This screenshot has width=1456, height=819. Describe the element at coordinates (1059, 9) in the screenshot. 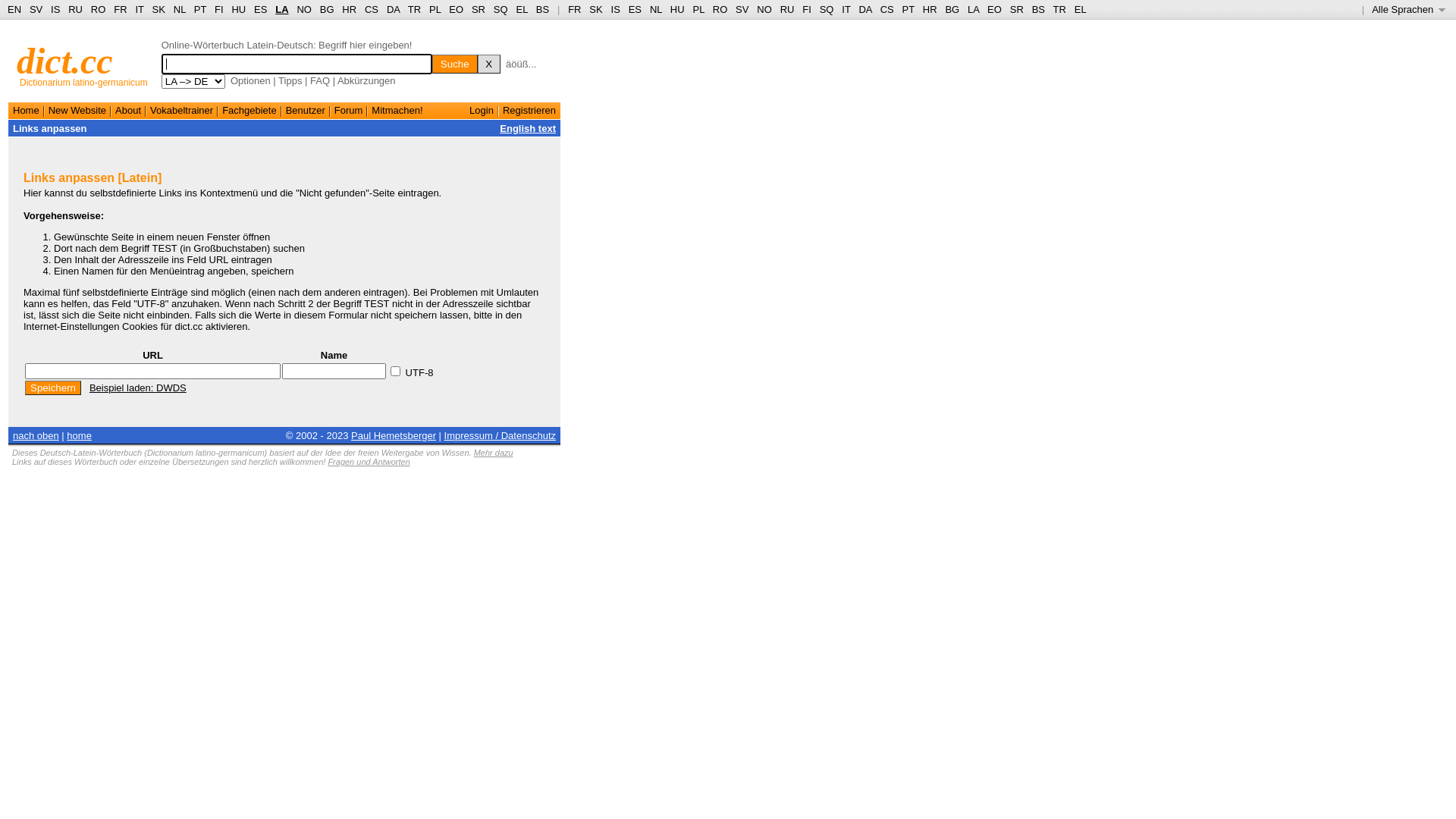

I see `'TR'` at that location.